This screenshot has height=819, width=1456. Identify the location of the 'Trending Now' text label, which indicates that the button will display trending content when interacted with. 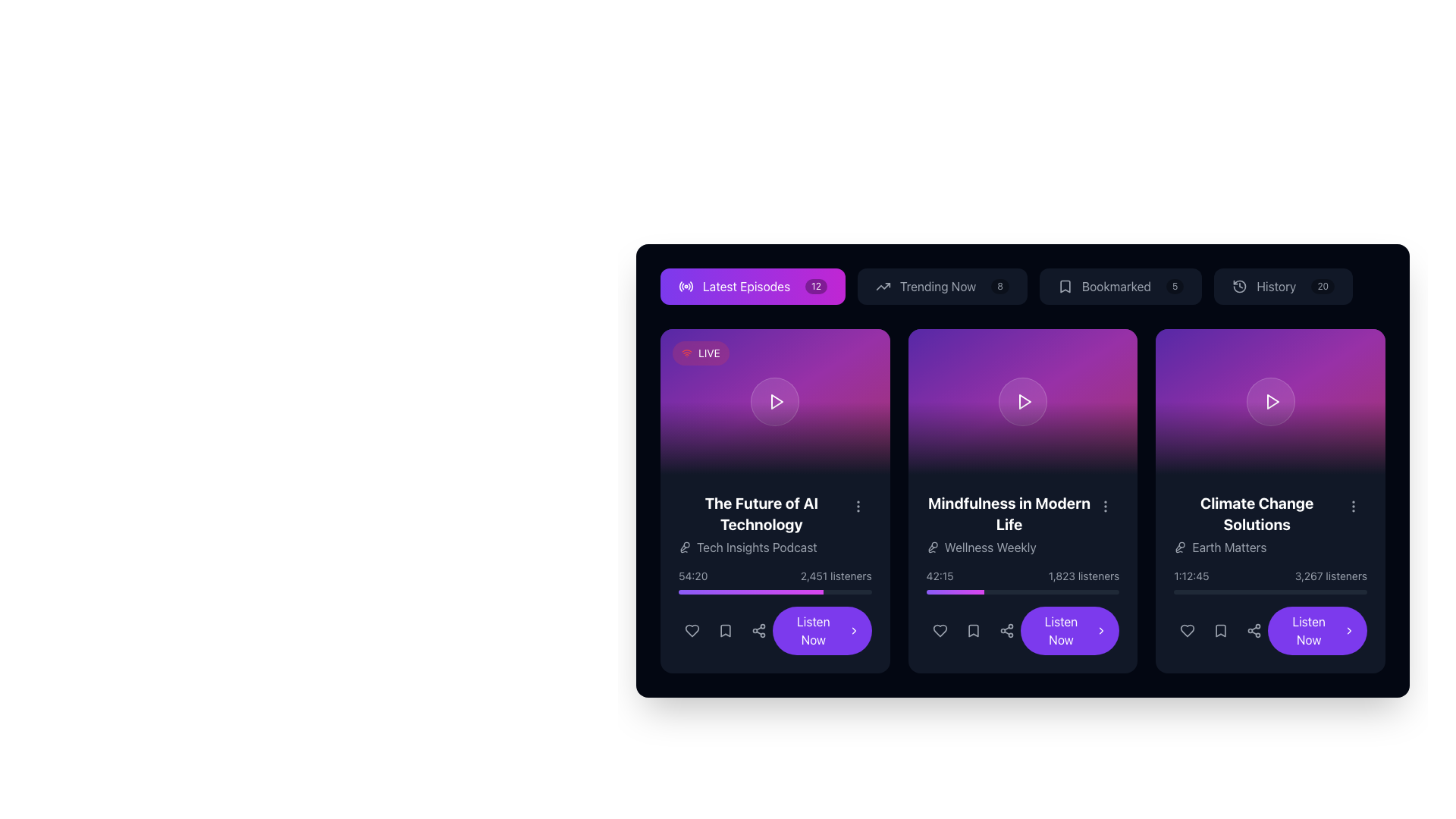
(937, 287).